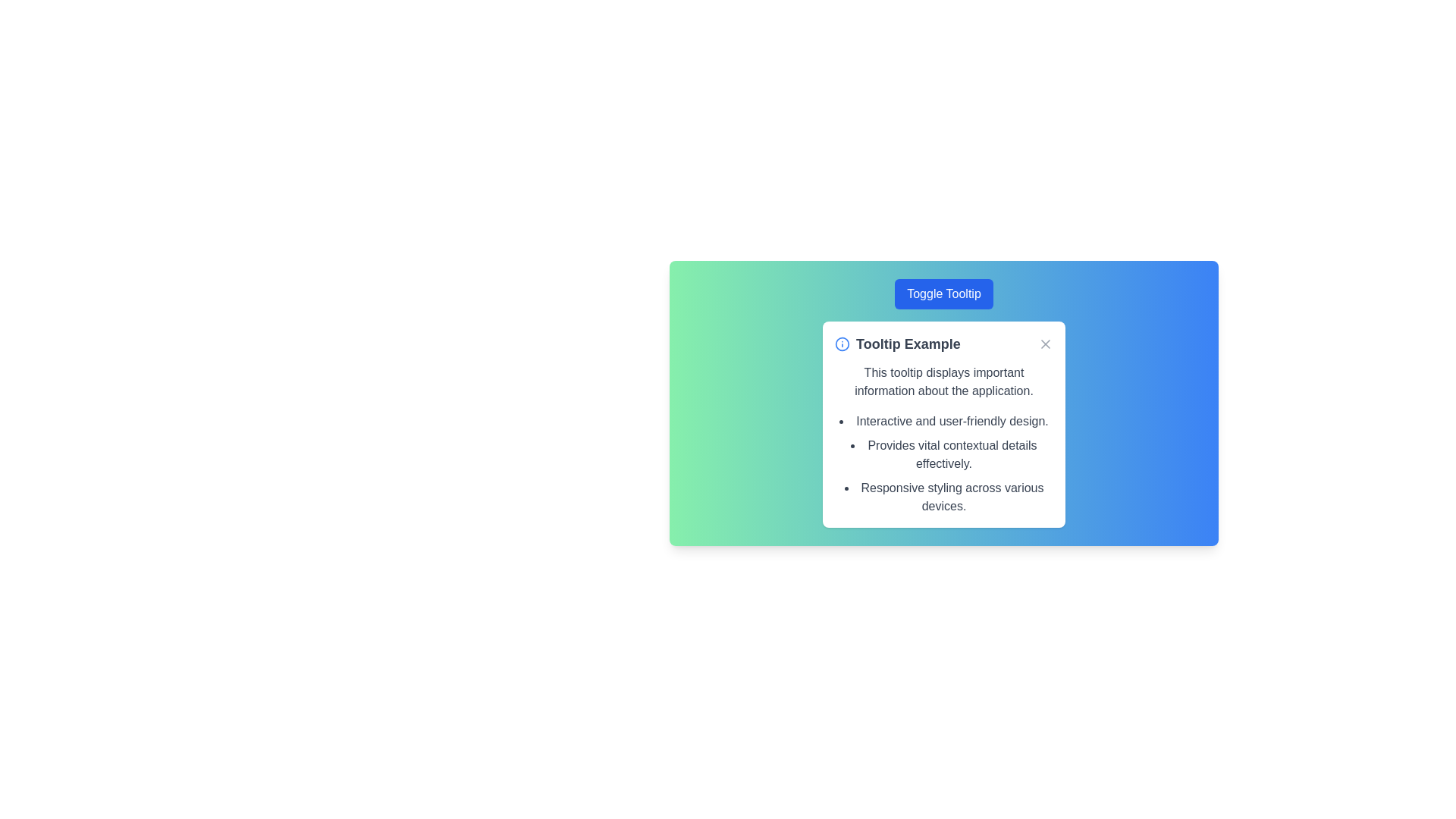  I want to click on the Bulleted List located within the tooltip titled 'Tooltip Example', positioned at the center-bottom of the tooltip, so click(943, 463).